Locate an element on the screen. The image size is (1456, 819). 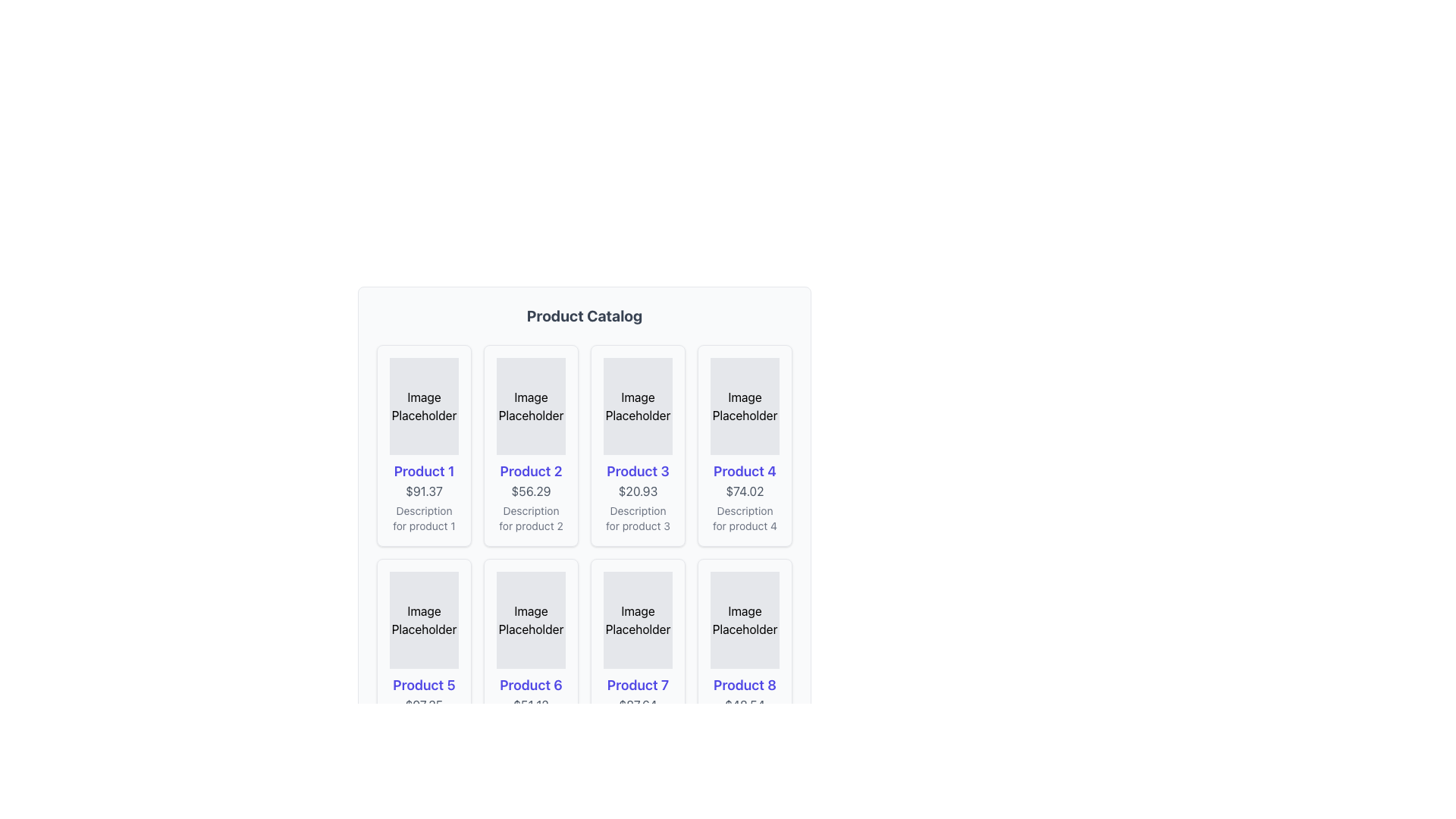
the text label displaying 'Description for product 2', which is located below the price display of '$56.29' within the 'Product 2' card is located at coordinates (531, 517).